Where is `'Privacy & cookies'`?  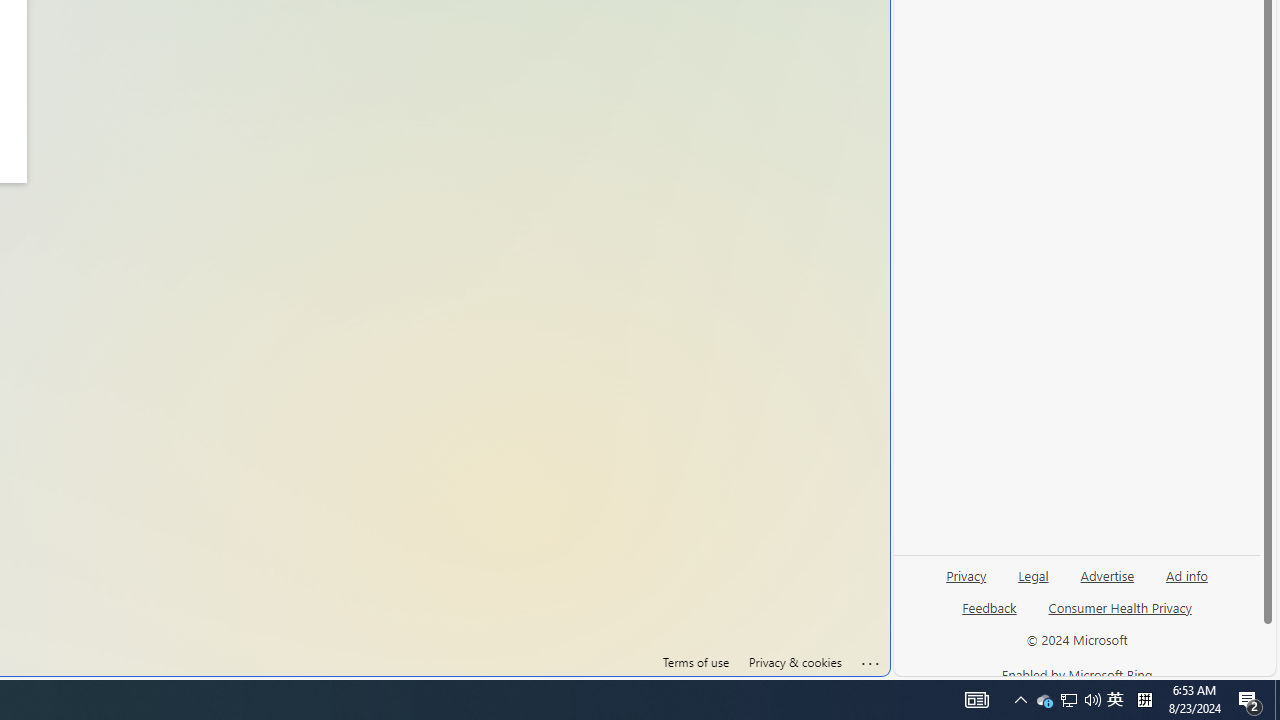 'Privacy & cookies' is located at coordinates (793, 662).